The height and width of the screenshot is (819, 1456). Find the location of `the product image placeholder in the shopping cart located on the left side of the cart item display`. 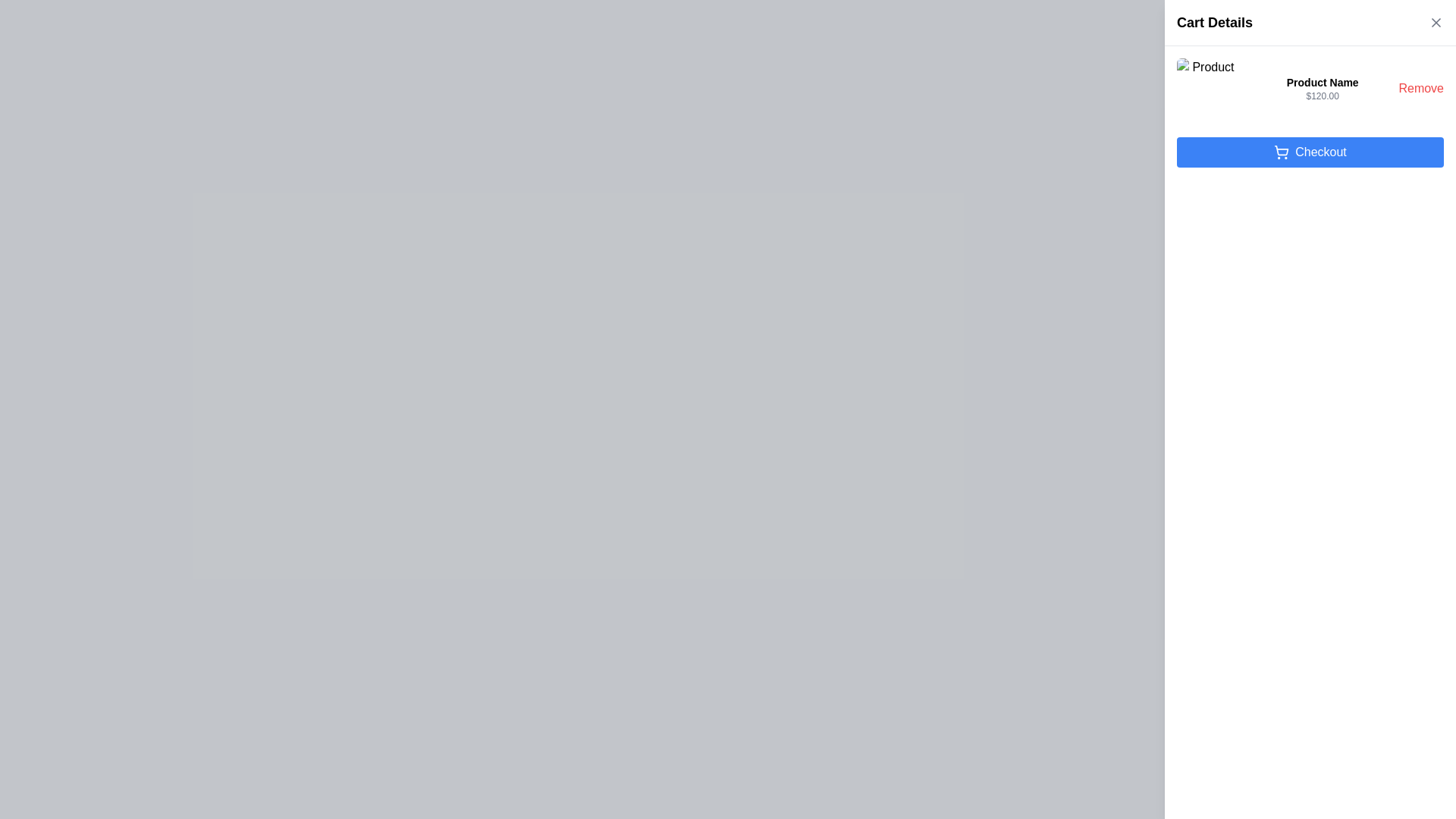

the product image placeholder in the shopping cart located on the left side of the cart item display is located at coordinates (1207, 88).